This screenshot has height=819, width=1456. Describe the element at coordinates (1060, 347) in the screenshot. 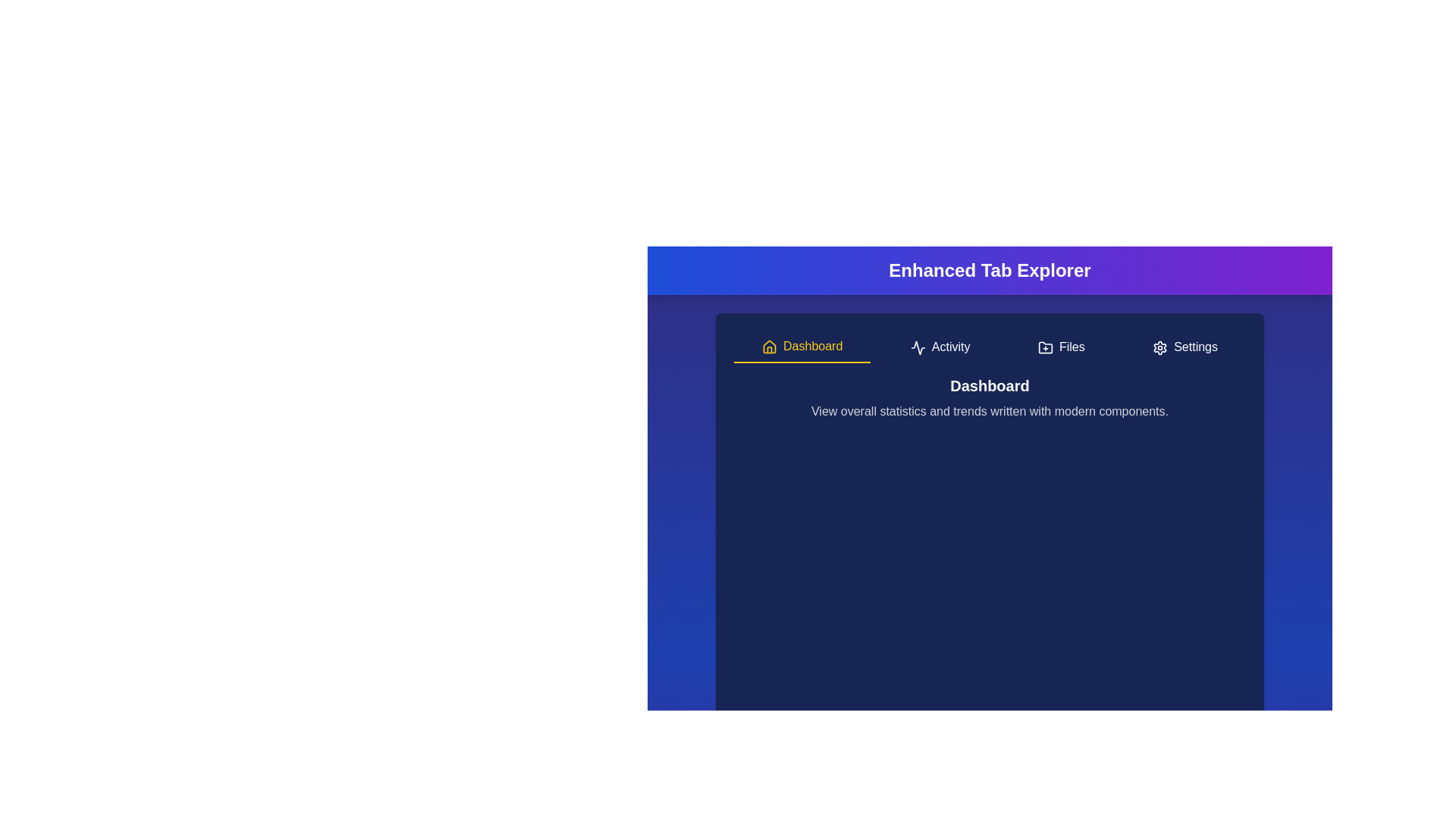

I see `the Files tab to navigate to it` at that location.